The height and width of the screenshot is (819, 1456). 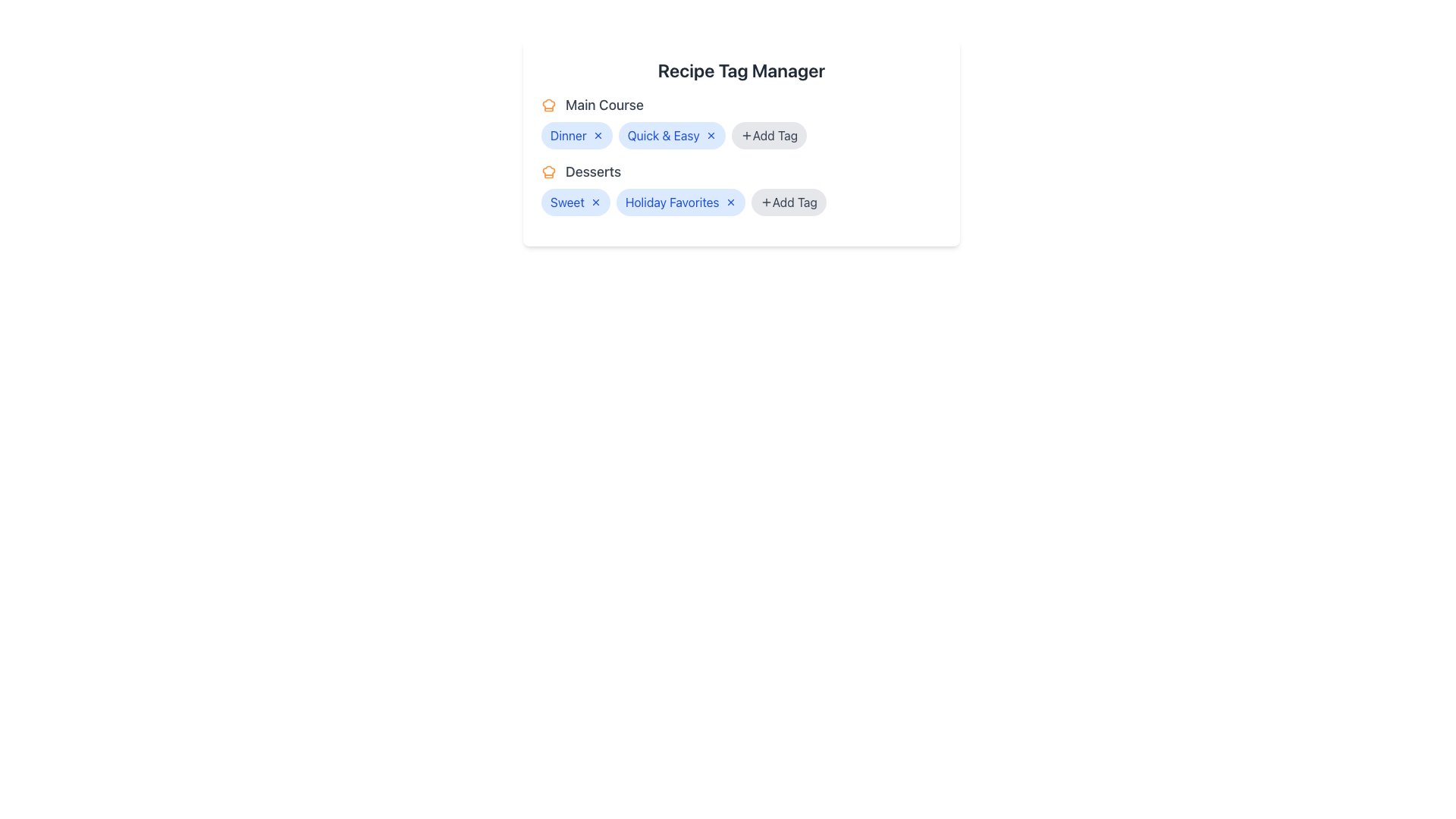 I want to click on the 'Sweet' text label located in the 'Desserts' section of the 'Recipe Tag Manager', which is part of a pill-shaped tag positioned to the left of the 'Holiday Favorites' tag, so click(x=566, y=201).